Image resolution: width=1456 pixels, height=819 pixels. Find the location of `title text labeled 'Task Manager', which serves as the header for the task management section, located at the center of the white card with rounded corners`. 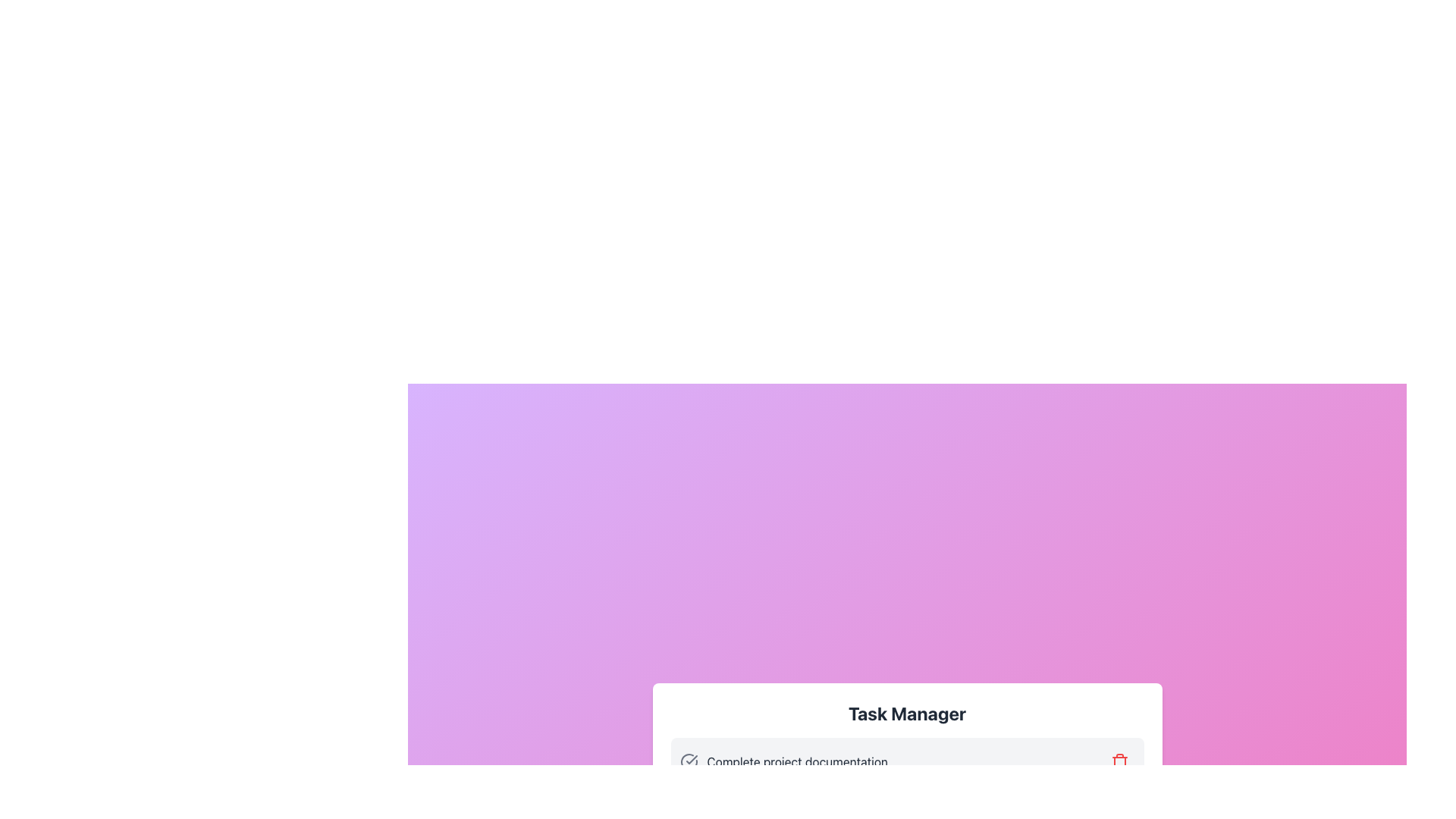

title text labeled 'Task Manager', which serves as the header for the task management section, located at the center of the white card with rounded corners is located at coordinates (907, 714).